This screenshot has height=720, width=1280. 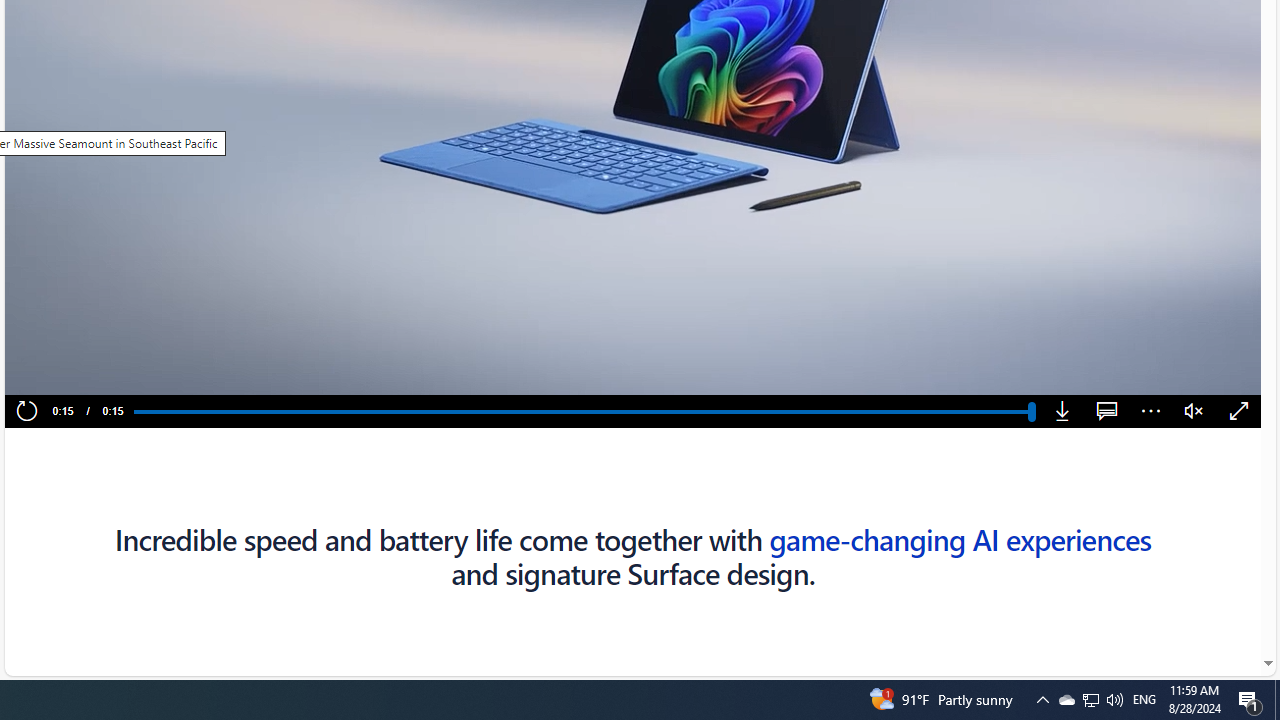 What do you see at coordinates (1106, 411) in the screenshot?
I see `'Captions'` at bounding box center [1106, 411].